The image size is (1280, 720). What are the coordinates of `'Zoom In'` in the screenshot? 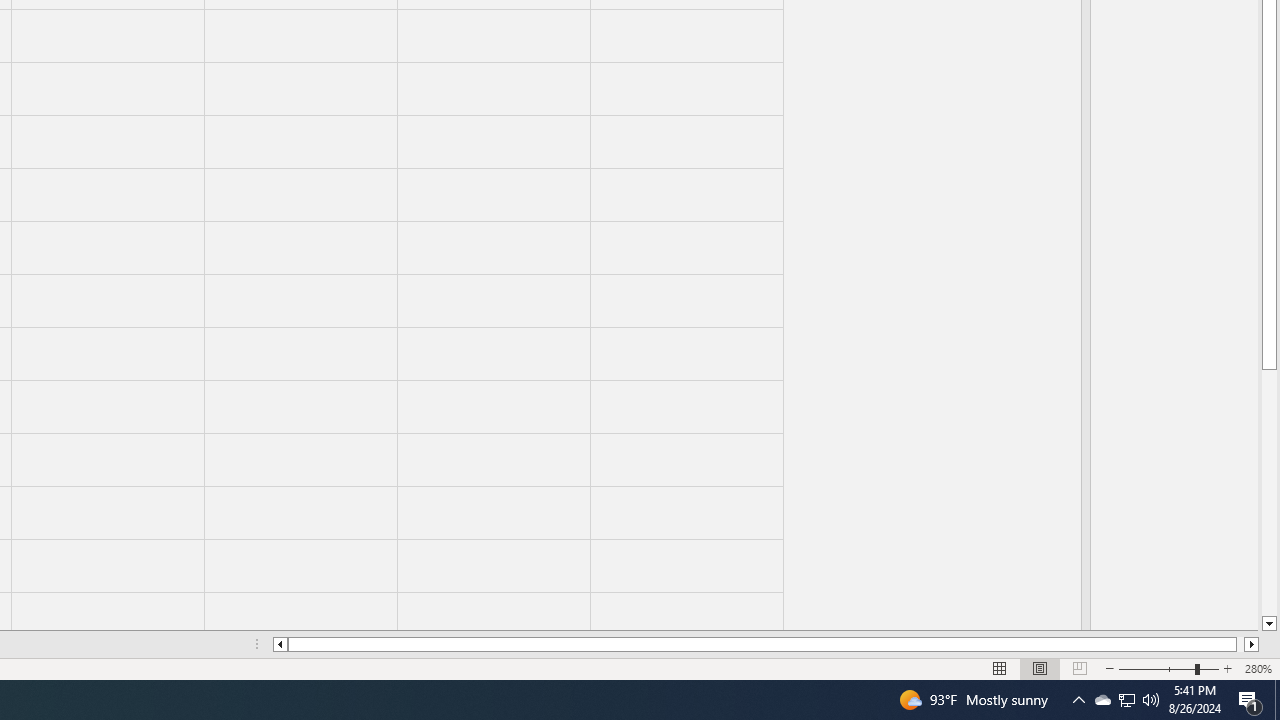 It's located at (1226, 669).